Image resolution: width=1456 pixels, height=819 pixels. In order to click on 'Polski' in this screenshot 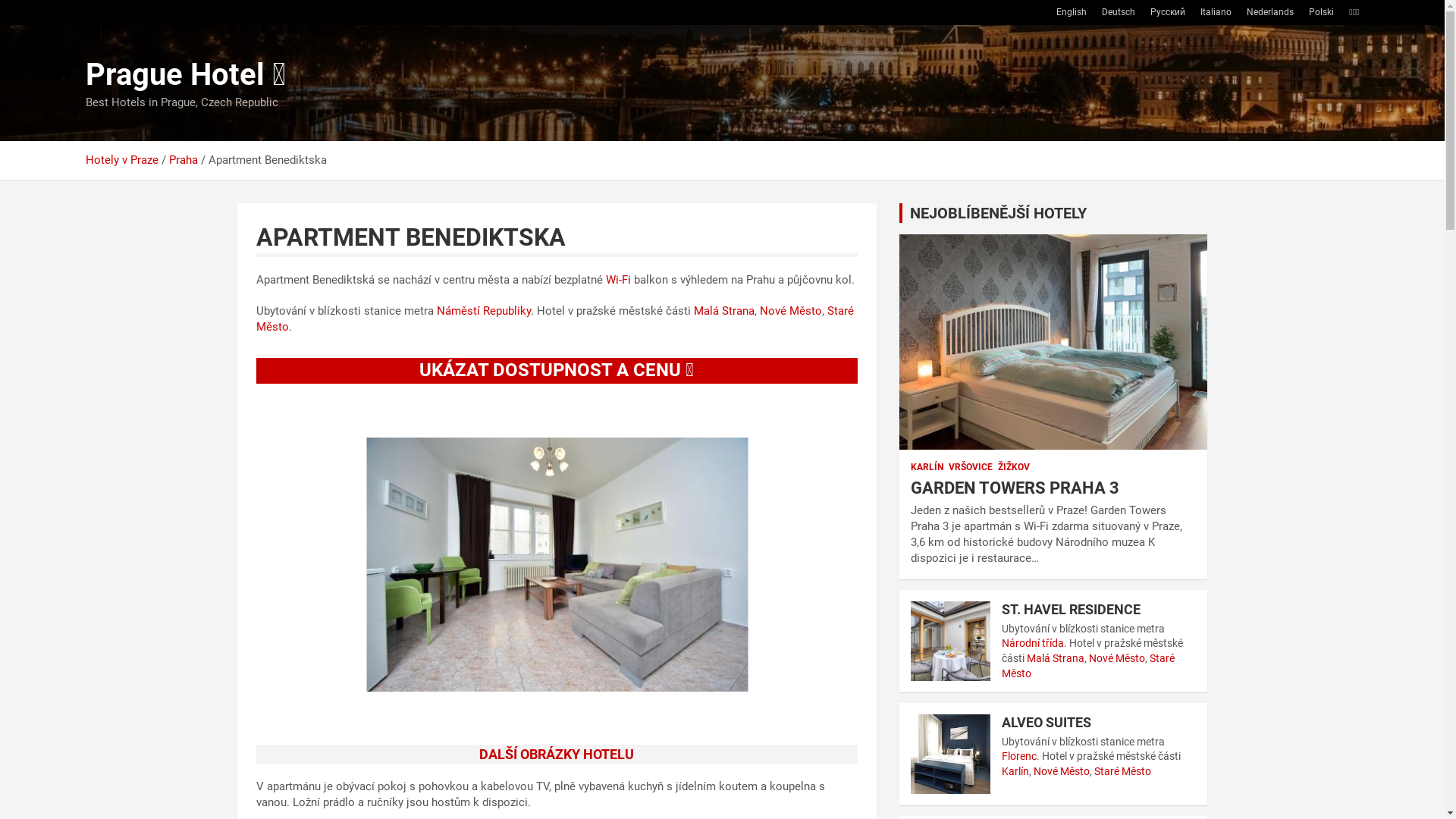, I will do `click(1308, 12)`.